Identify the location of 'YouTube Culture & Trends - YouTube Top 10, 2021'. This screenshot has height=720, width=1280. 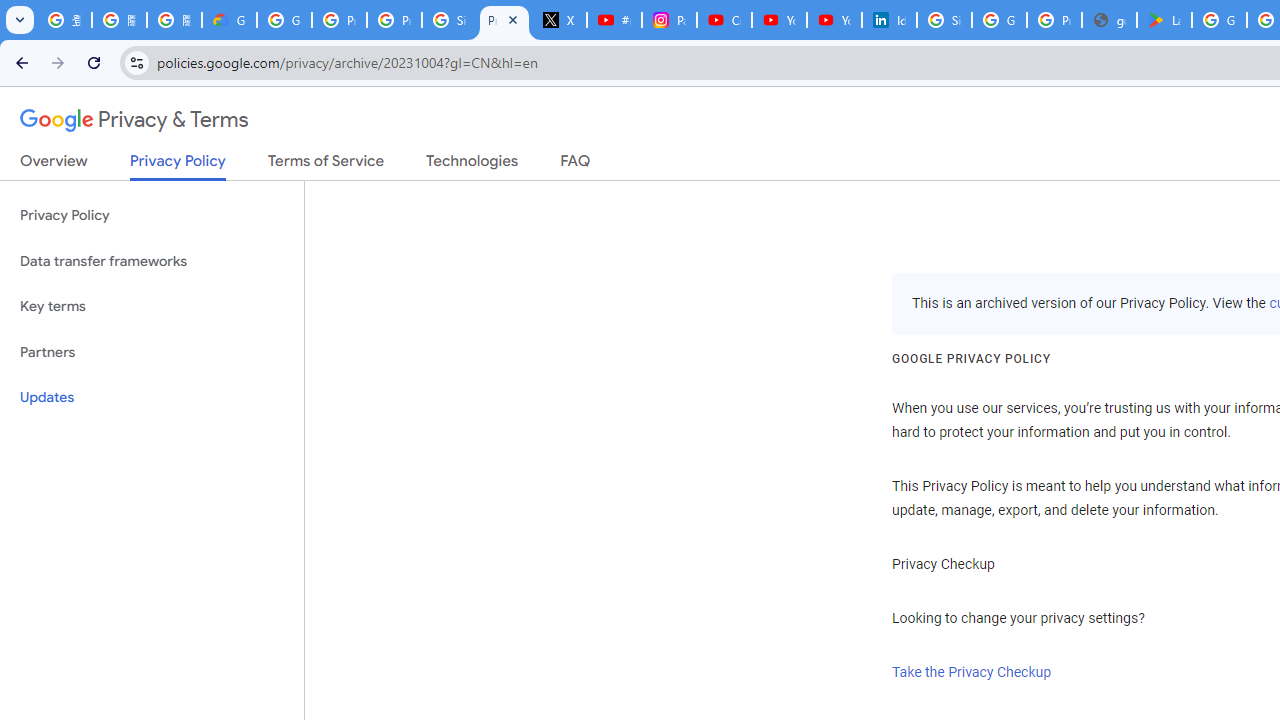
(833, 20).